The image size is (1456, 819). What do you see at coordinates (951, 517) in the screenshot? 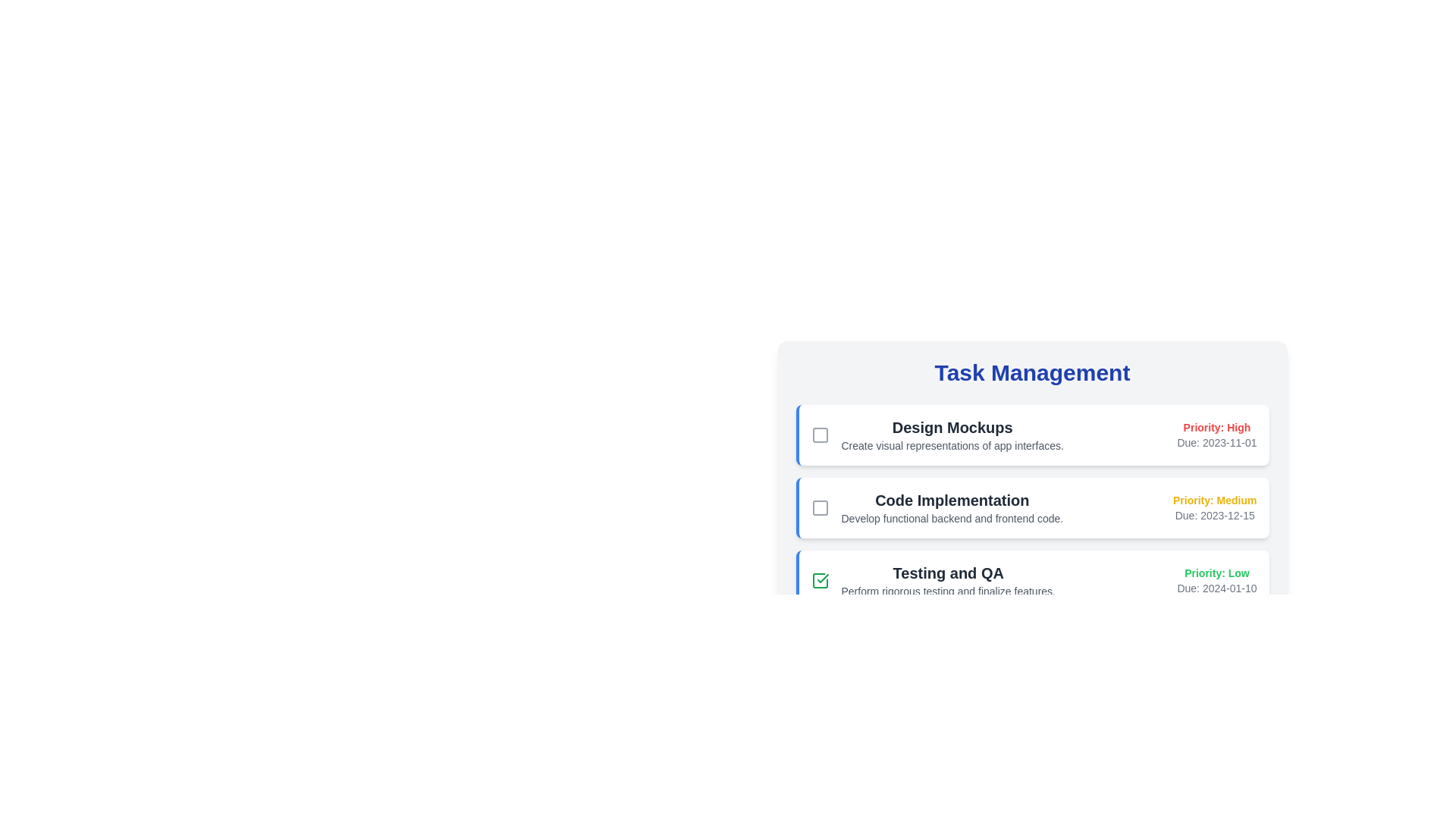
I see `the text label that describes the task labeled 'Code Implementation', located beneath the main heading and horizontally aligned with other components` at bounding box center [951, 517].